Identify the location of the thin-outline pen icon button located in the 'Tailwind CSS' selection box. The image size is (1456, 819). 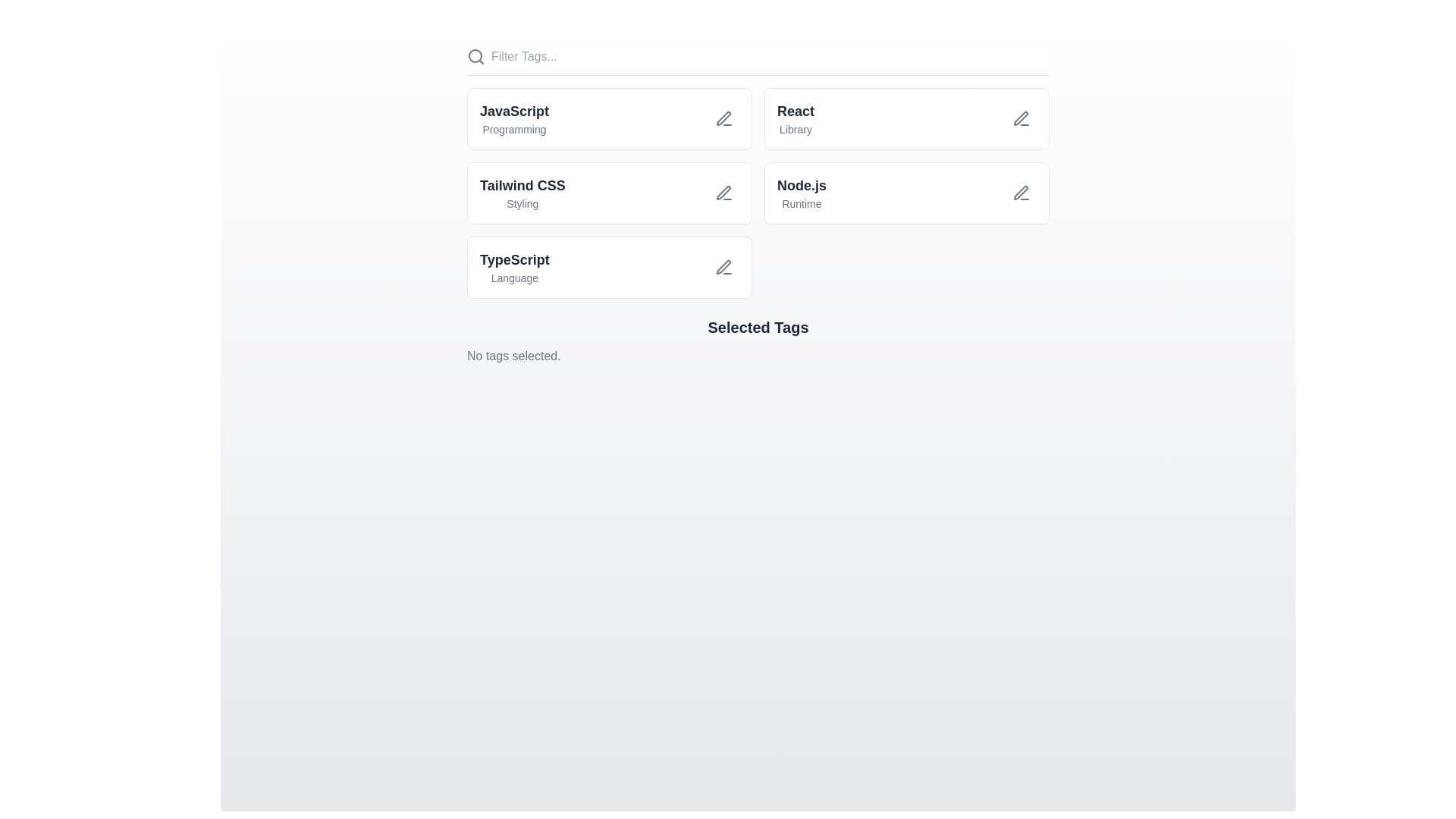
(723, 192).